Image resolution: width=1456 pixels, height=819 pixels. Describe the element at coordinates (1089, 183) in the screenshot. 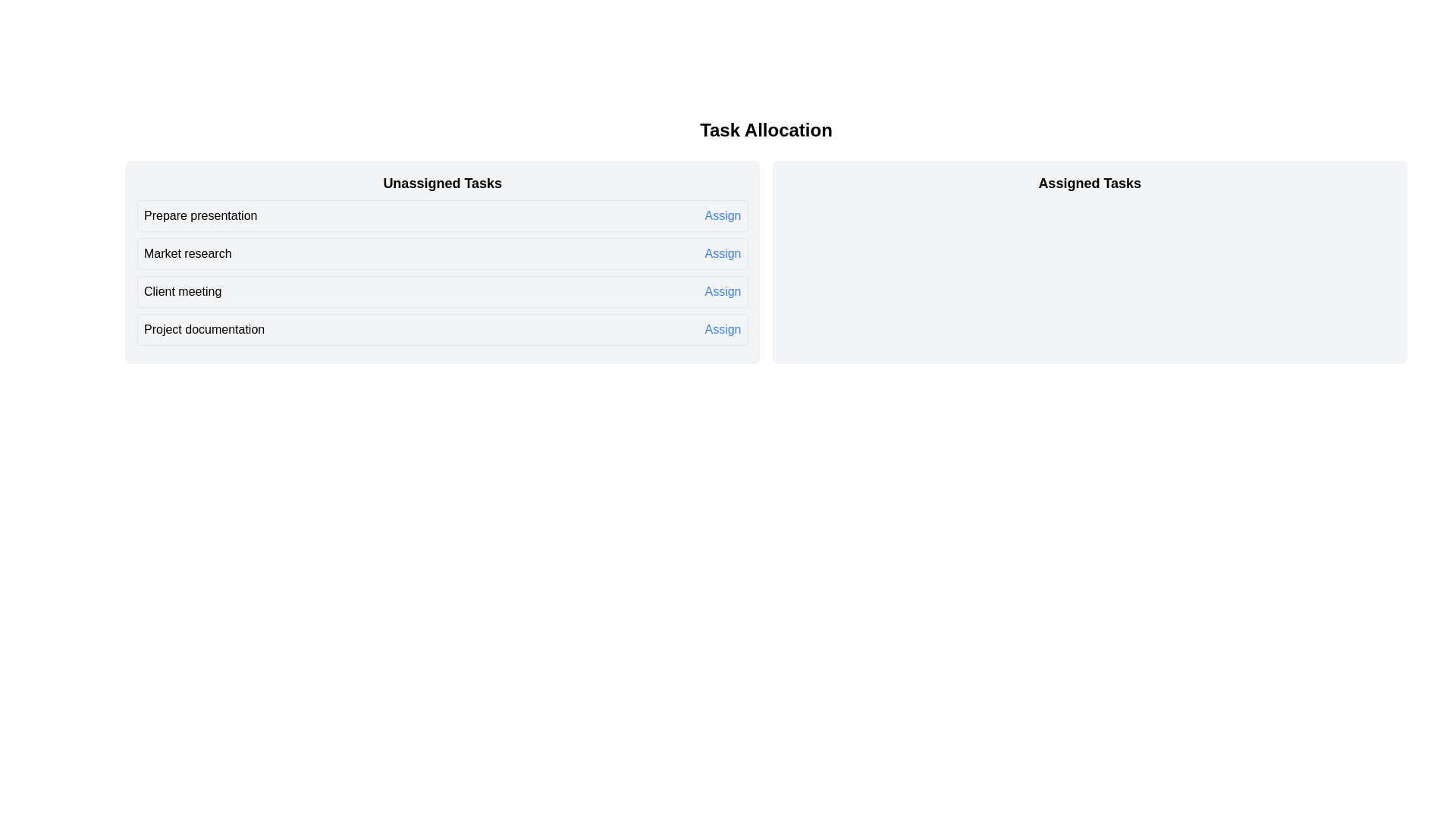

I see `the text-label component that serves as a section header with the text 'Assigned Tasks', prominently displayed at the top of the right-hand section of the interface` at that location.